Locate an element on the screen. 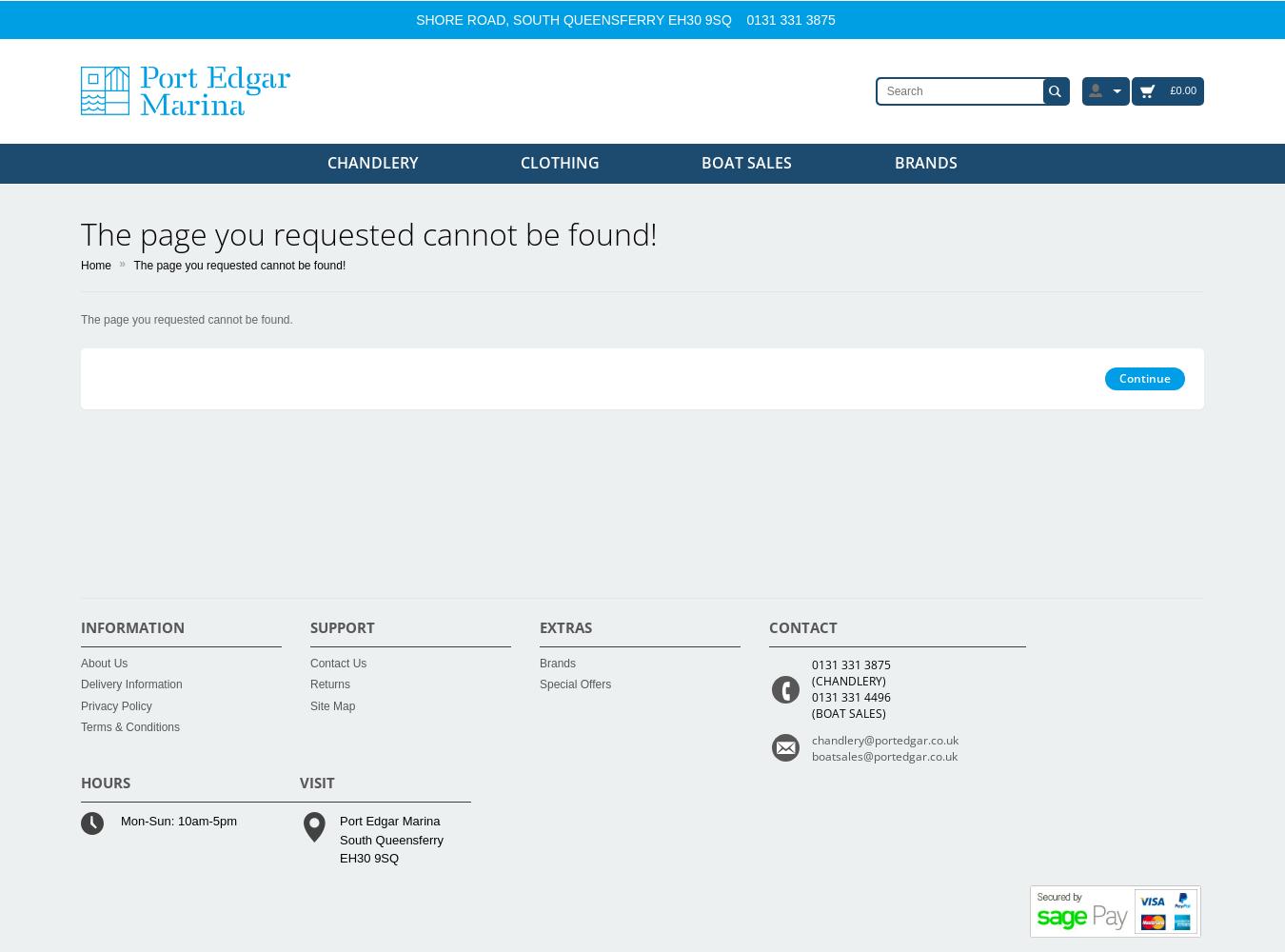  'boatsales@portedgar.co.uk' is located at coordinates (883, 755).